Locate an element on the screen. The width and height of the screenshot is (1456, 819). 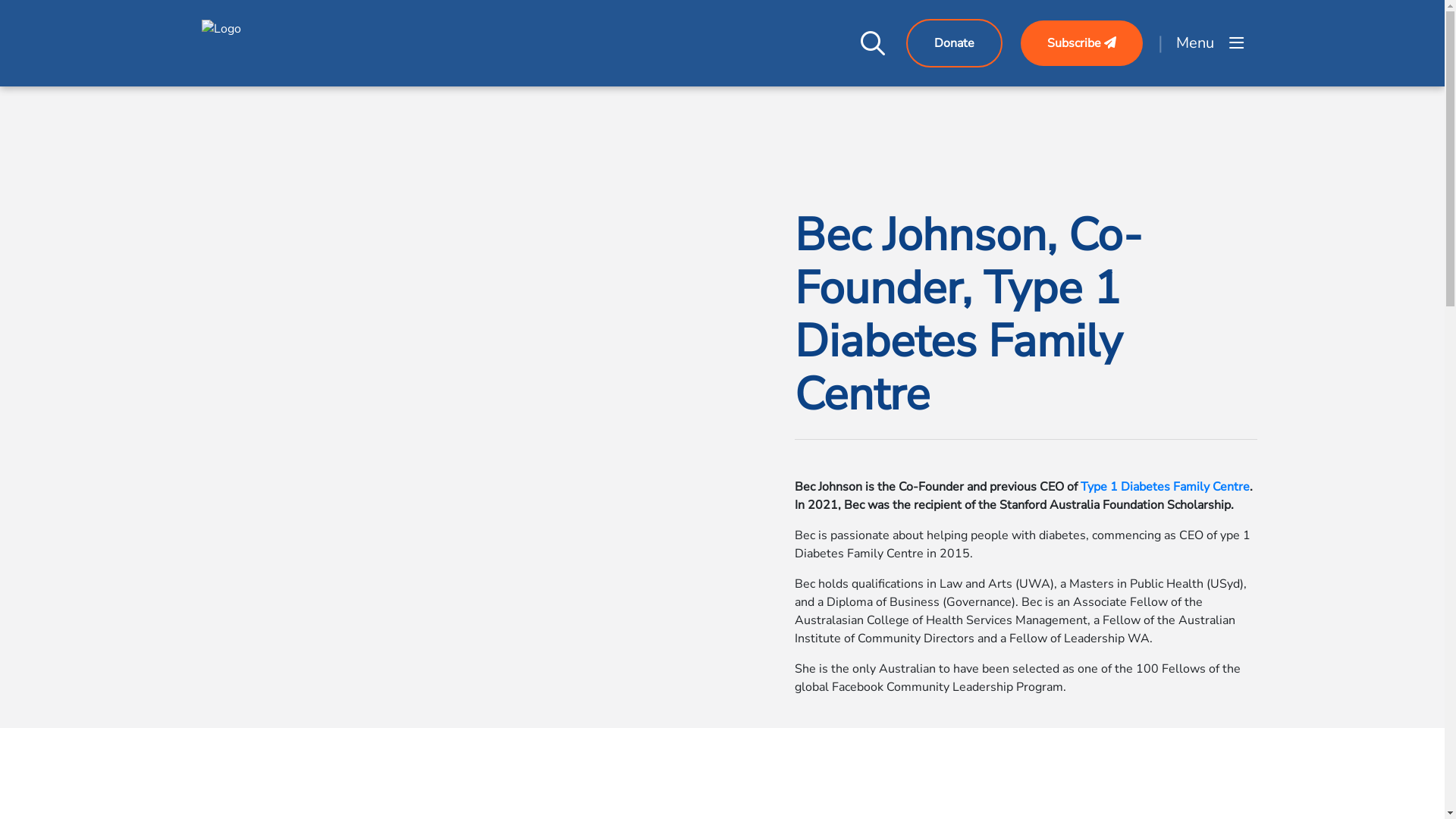
'Type 1 Diabetes Family Centre' is located at coordinates (1079, 486).